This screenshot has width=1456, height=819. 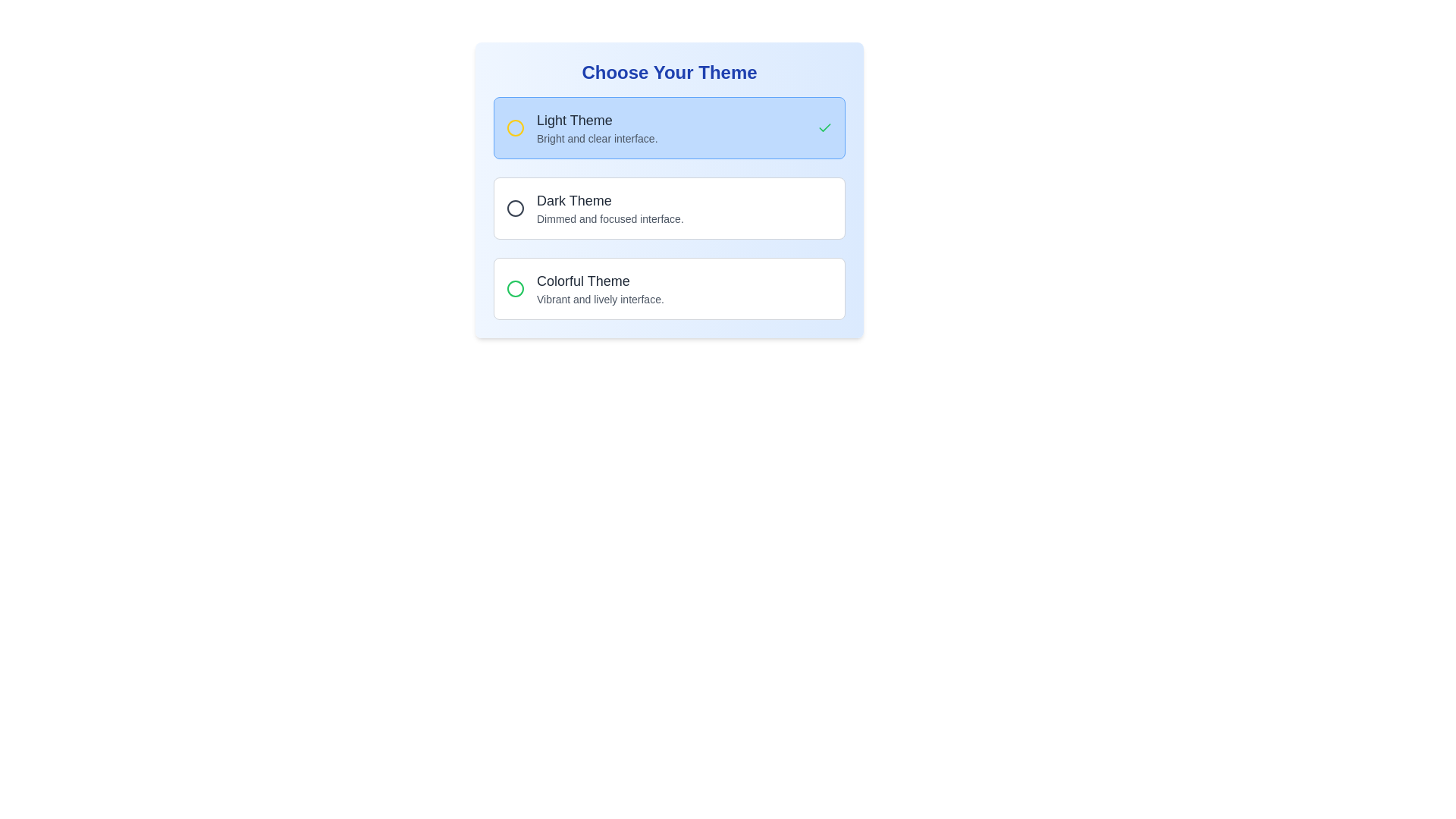 I want to click on text label providing additional details about the 'Colorful Theme', located below the 'Colorful Theme' text in the theme options list, so click(x=600, y=299).